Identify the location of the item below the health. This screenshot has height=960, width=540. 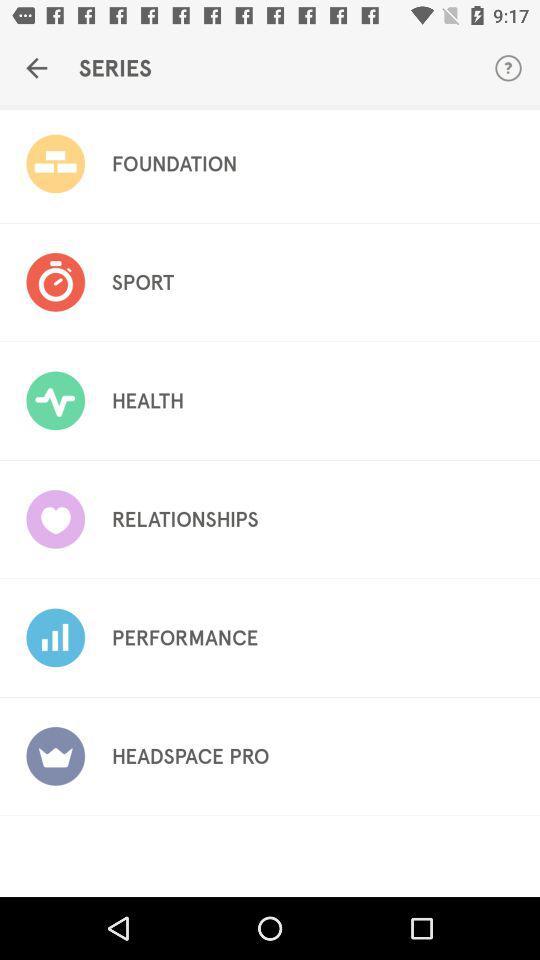
(185, 518).